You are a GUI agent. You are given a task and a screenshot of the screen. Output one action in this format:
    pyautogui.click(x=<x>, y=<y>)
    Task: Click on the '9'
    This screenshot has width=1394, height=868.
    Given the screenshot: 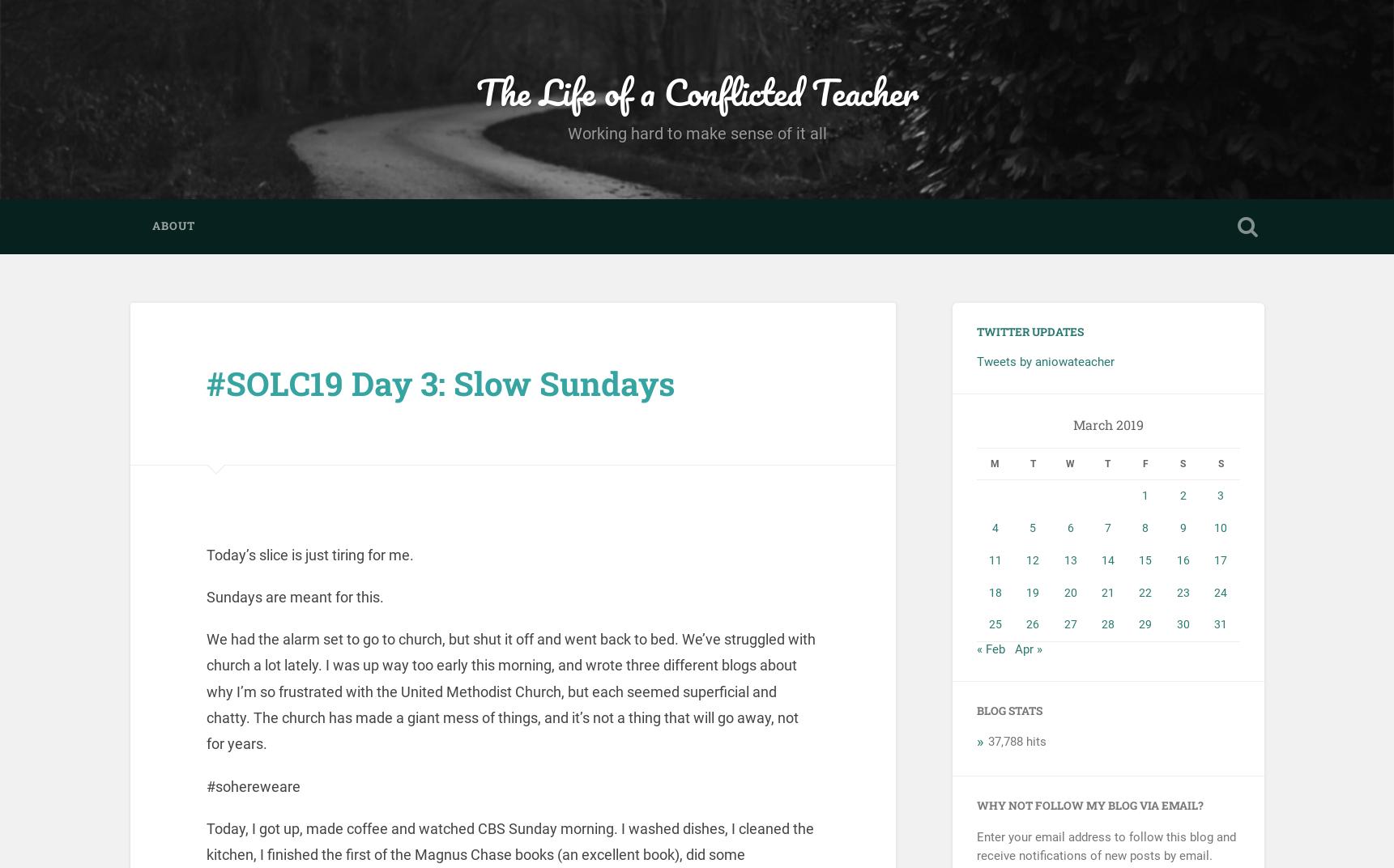 What is the action you would take?
    pyautogui.click(x=1181, y=527)
    